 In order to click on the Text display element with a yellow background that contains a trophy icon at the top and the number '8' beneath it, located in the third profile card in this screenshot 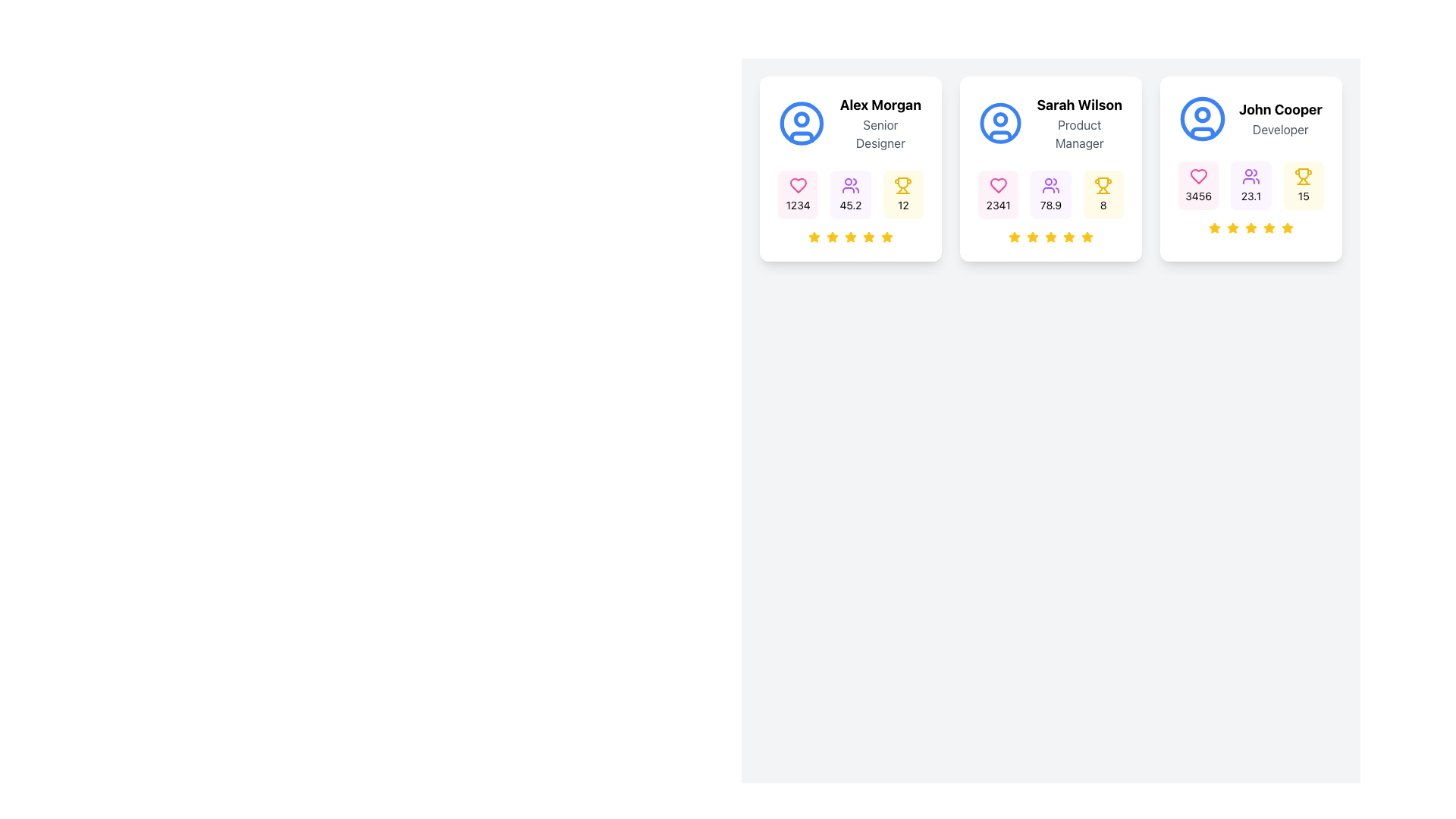, I will do `click(1103, 205)`.